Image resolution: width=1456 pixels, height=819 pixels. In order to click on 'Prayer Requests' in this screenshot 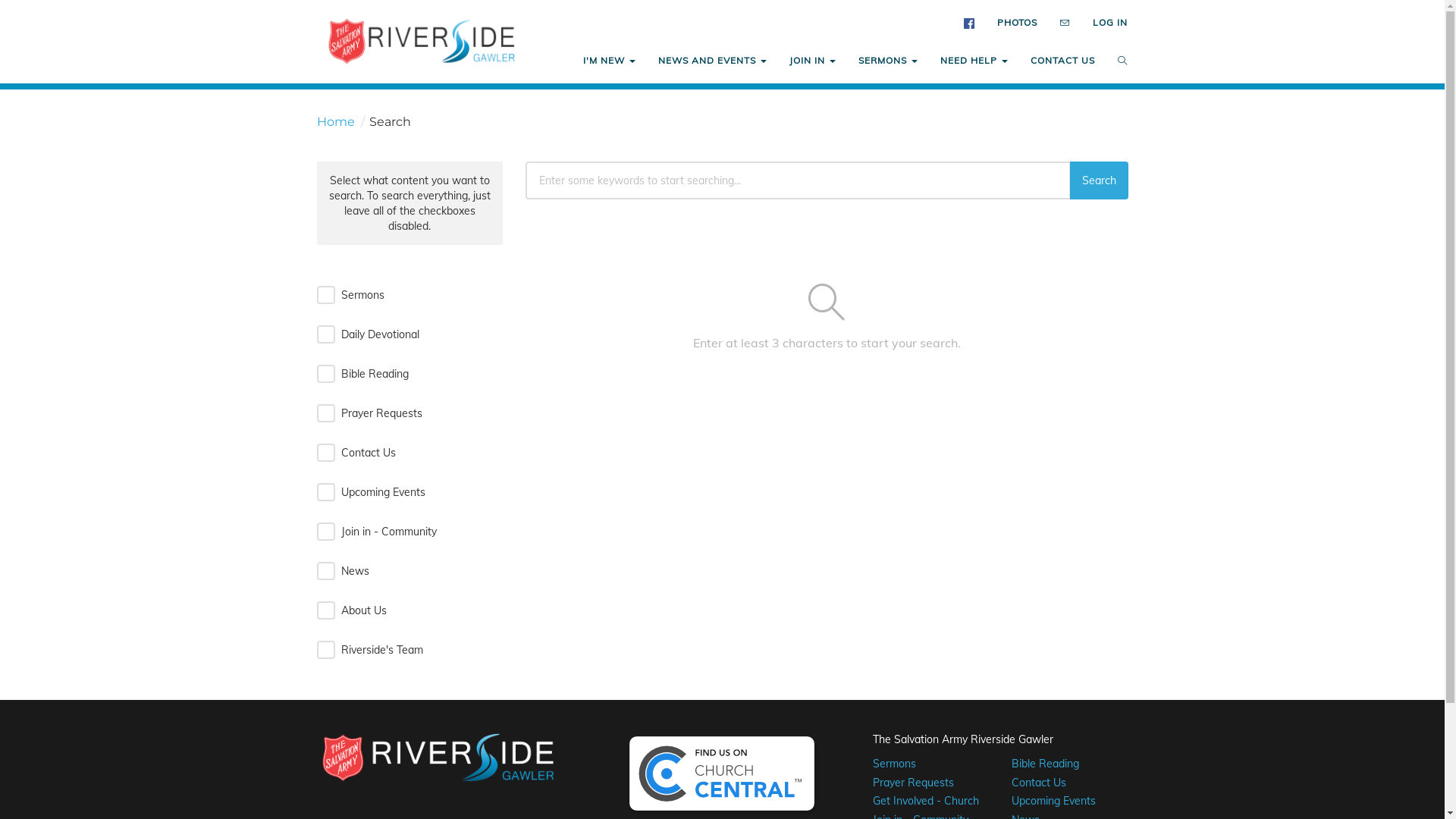, I will do `click(912, 783)`.